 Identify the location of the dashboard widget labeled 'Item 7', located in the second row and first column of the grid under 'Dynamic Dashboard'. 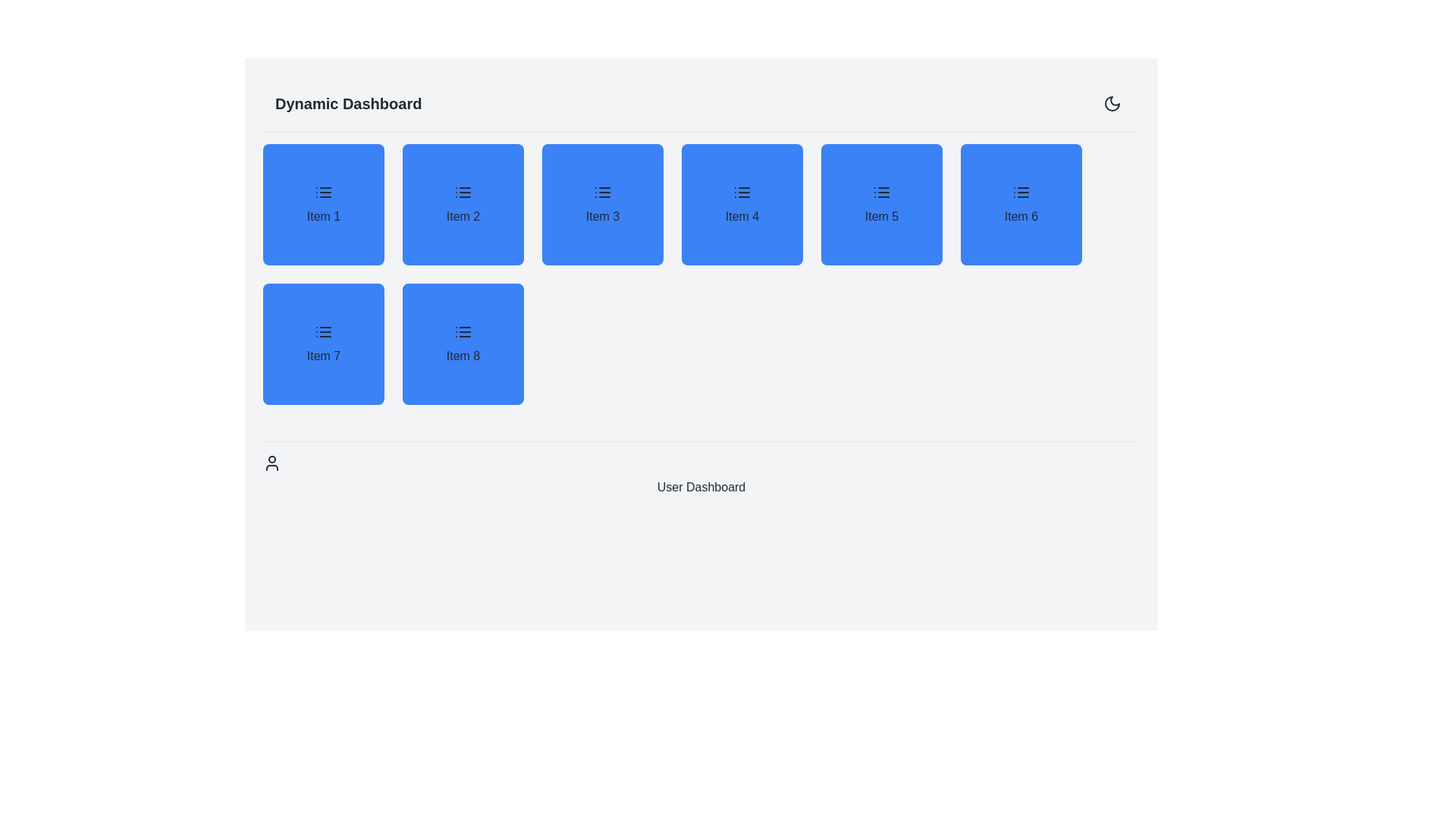
(323, 344).